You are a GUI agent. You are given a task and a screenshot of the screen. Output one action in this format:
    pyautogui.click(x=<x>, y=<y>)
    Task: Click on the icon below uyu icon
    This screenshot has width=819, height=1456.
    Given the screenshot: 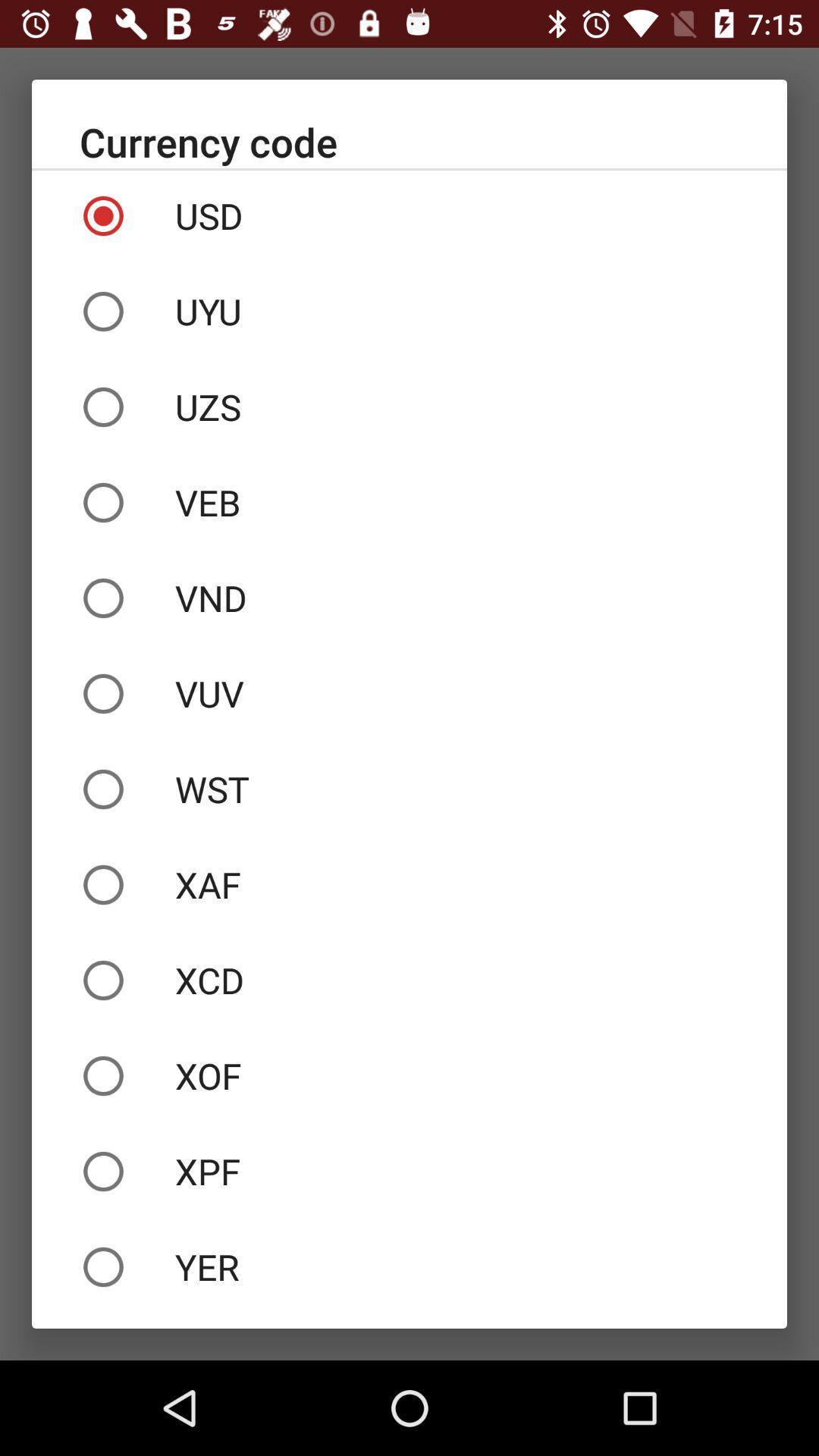 What is the action you would take?
    pyautogui.click(x=409, y=407)
    